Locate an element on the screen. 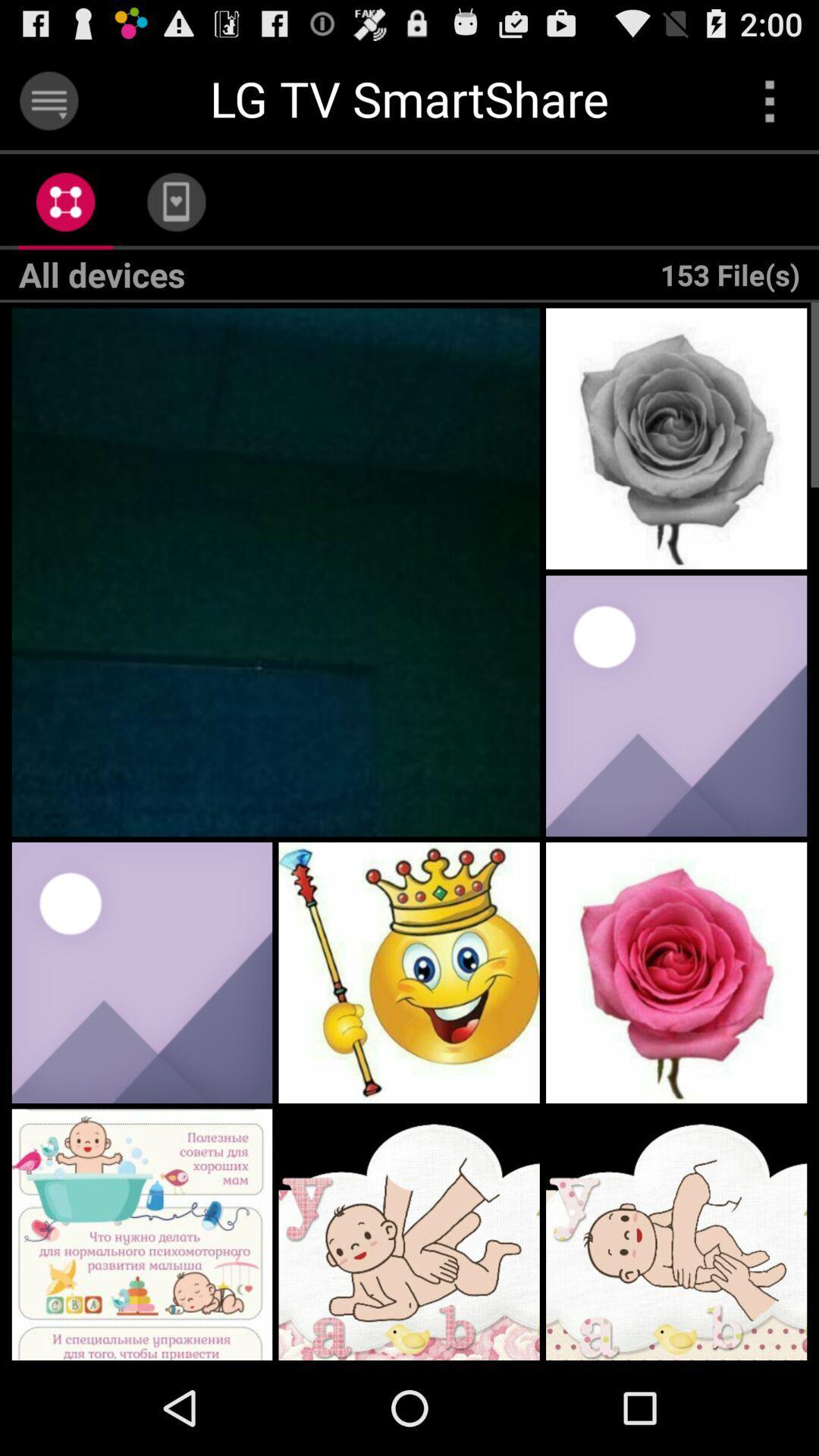 This screenshot has width=819, height=1456. the app next to 153 file(s) app is located at coordinates (175, 201).